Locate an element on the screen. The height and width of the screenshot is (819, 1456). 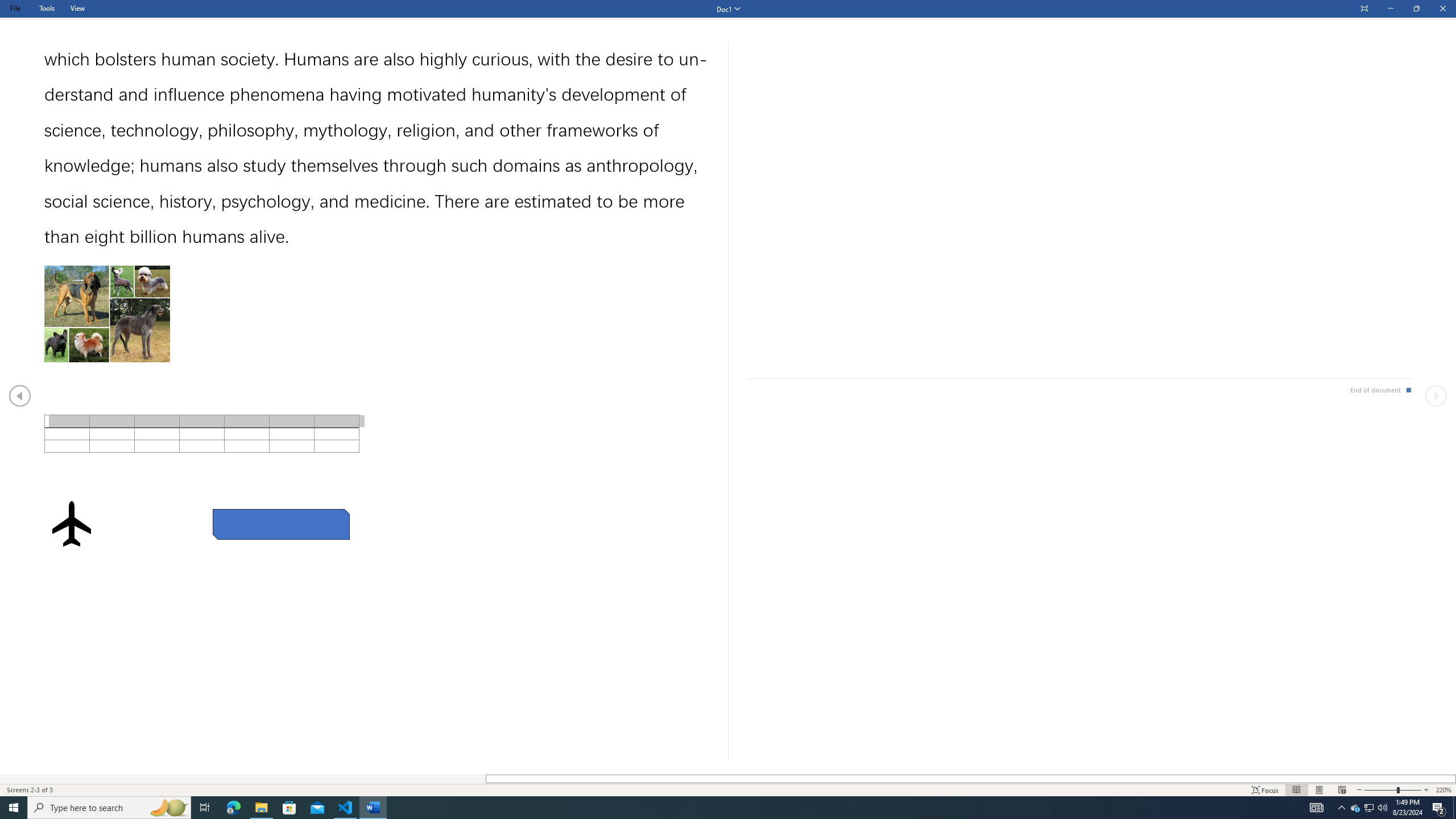
'Text Size' is located at coordinates (1392, 790).